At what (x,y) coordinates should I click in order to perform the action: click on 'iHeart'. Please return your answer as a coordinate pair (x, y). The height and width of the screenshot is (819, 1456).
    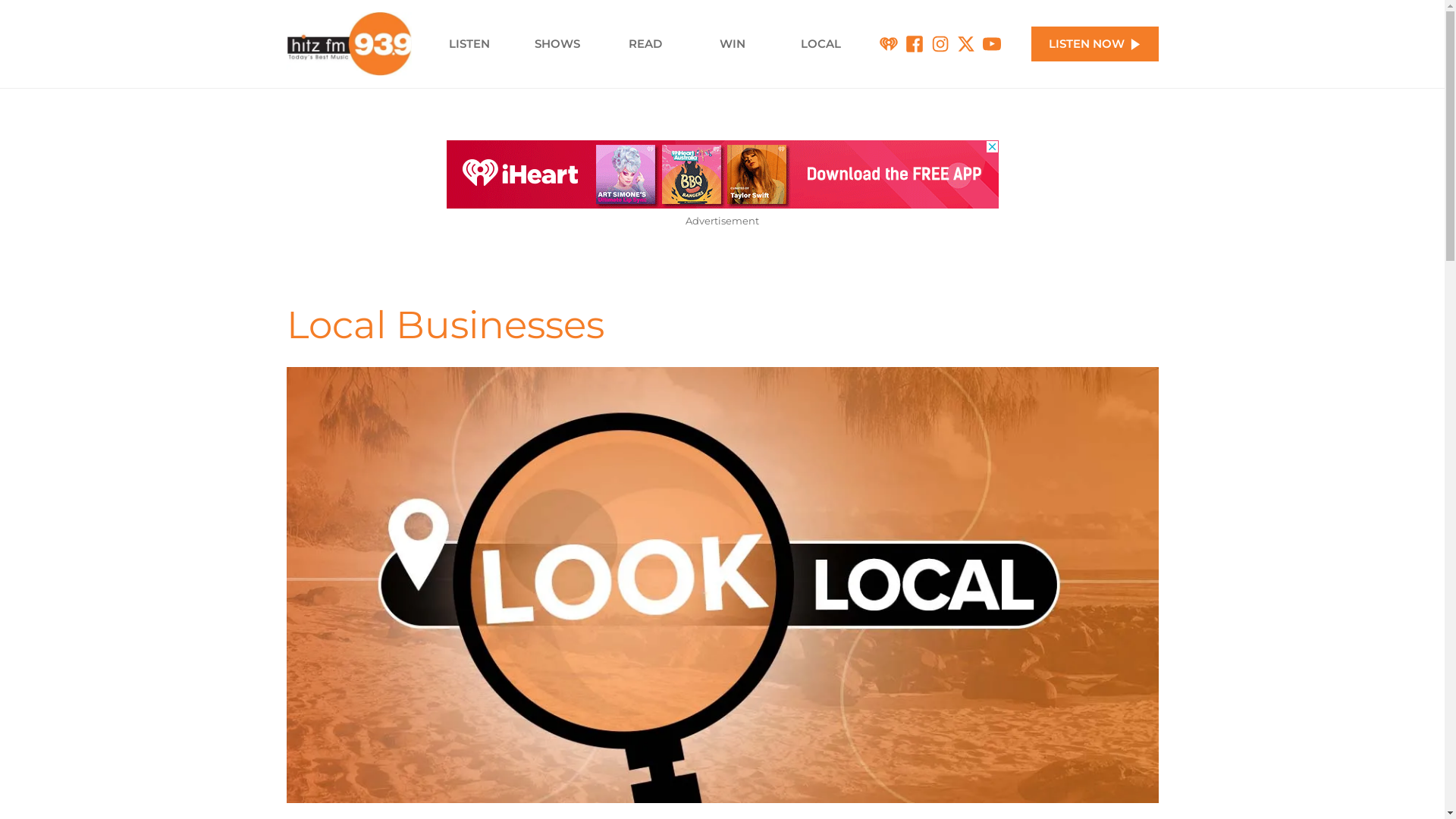
    Looking at the image, I should click on (888, 43).